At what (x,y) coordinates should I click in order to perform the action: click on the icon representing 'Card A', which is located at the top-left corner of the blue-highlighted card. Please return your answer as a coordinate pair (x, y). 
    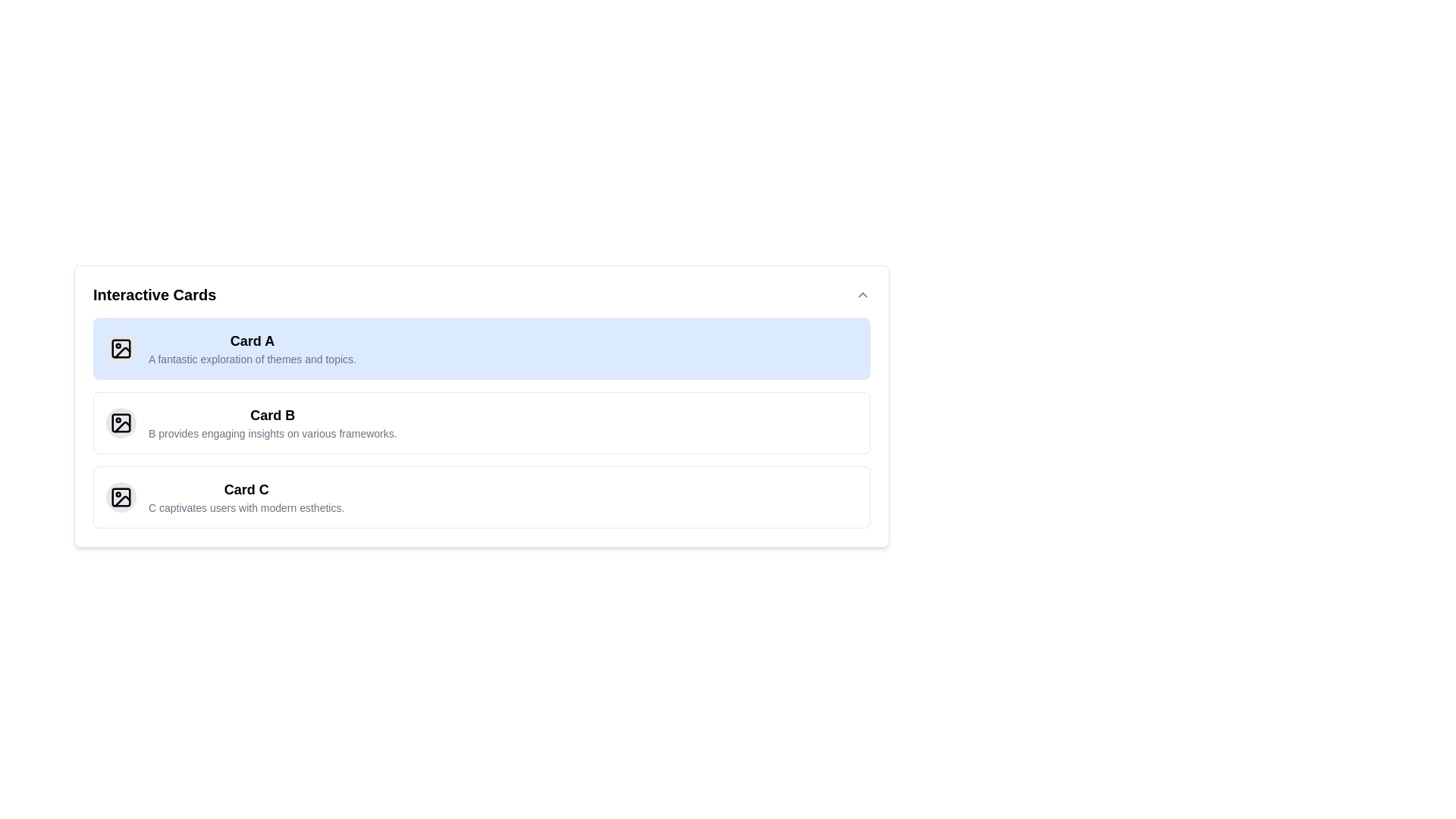
    Looking at the image, I should click on (120, 348).